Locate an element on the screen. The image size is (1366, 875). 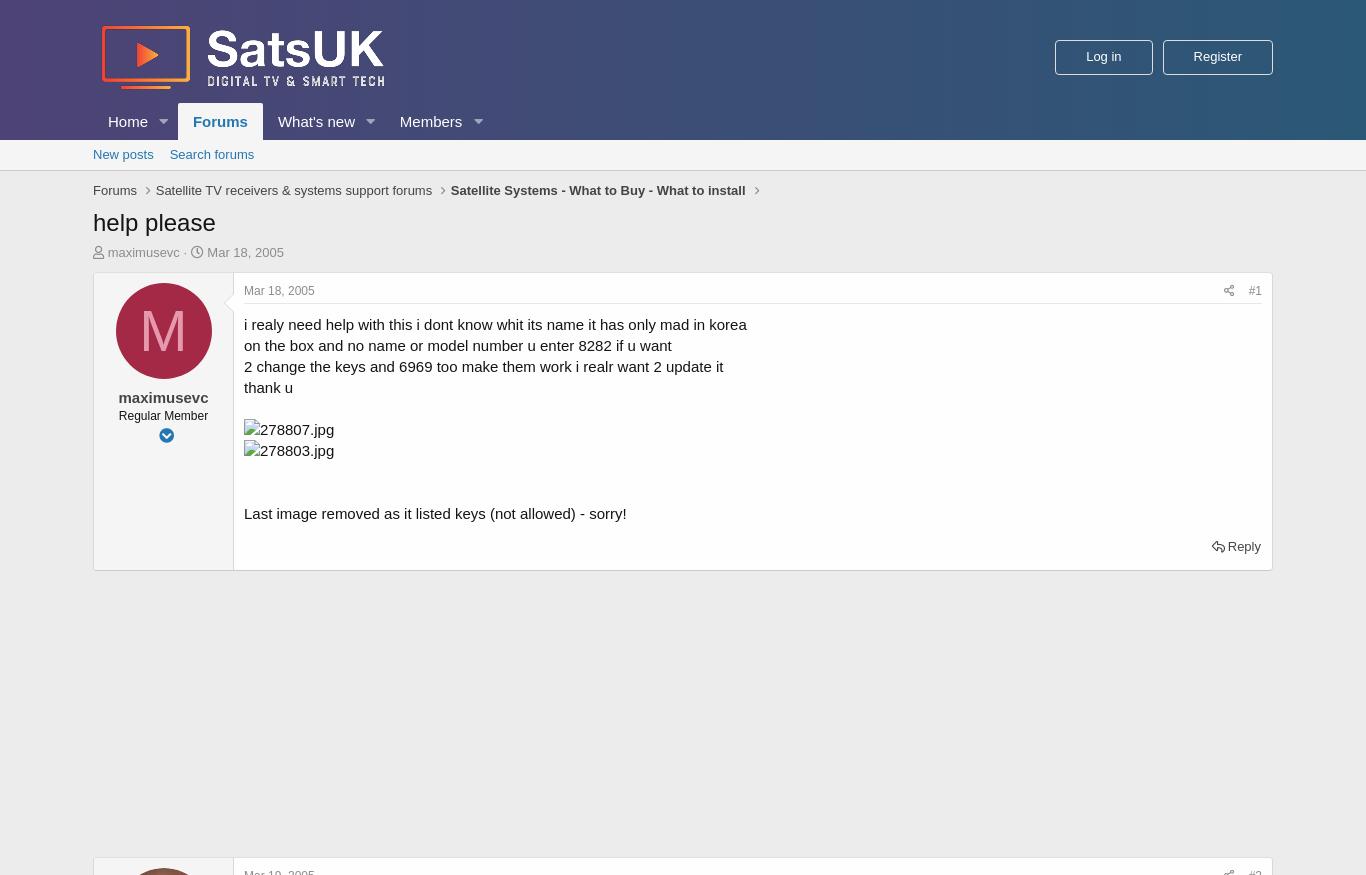
'#1' is located at coordinates (1253, 290).